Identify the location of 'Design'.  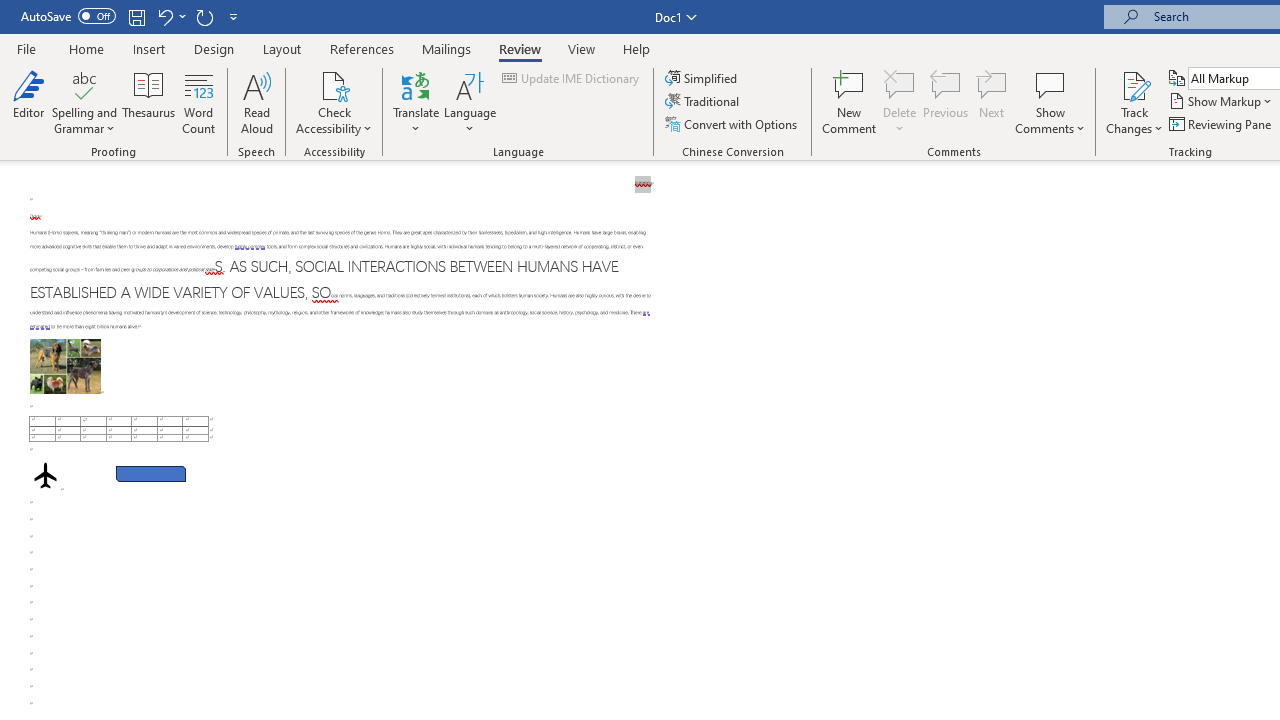
(214, 48).